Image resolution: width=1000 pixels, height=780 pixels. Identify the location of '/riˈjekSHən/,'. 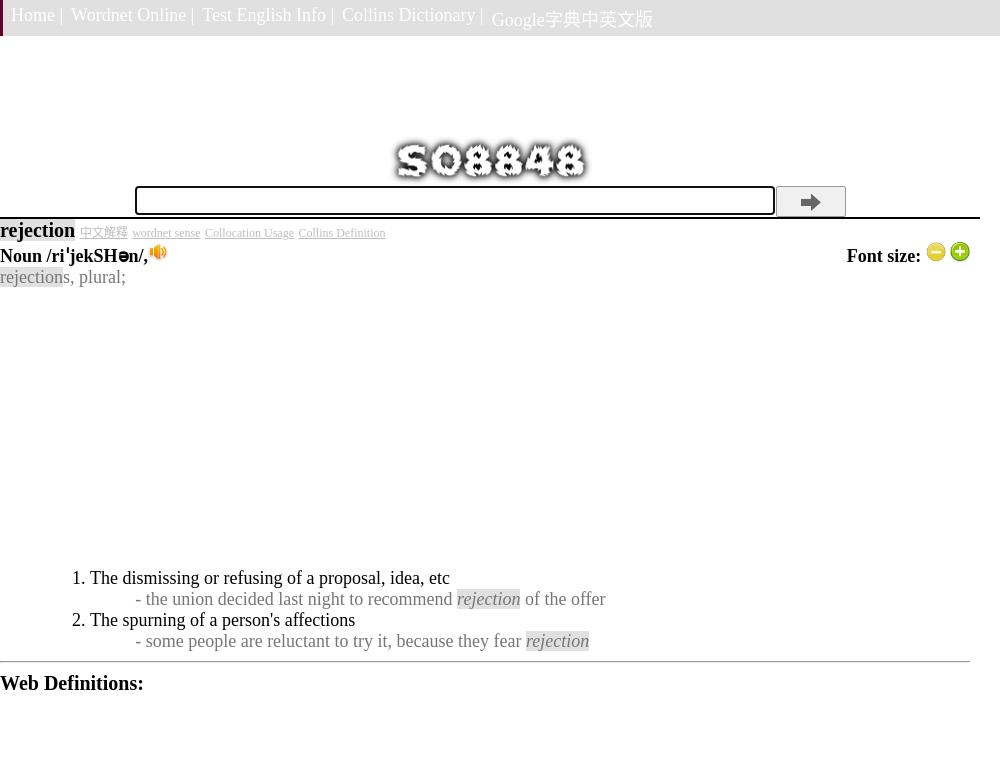
(96, 255).